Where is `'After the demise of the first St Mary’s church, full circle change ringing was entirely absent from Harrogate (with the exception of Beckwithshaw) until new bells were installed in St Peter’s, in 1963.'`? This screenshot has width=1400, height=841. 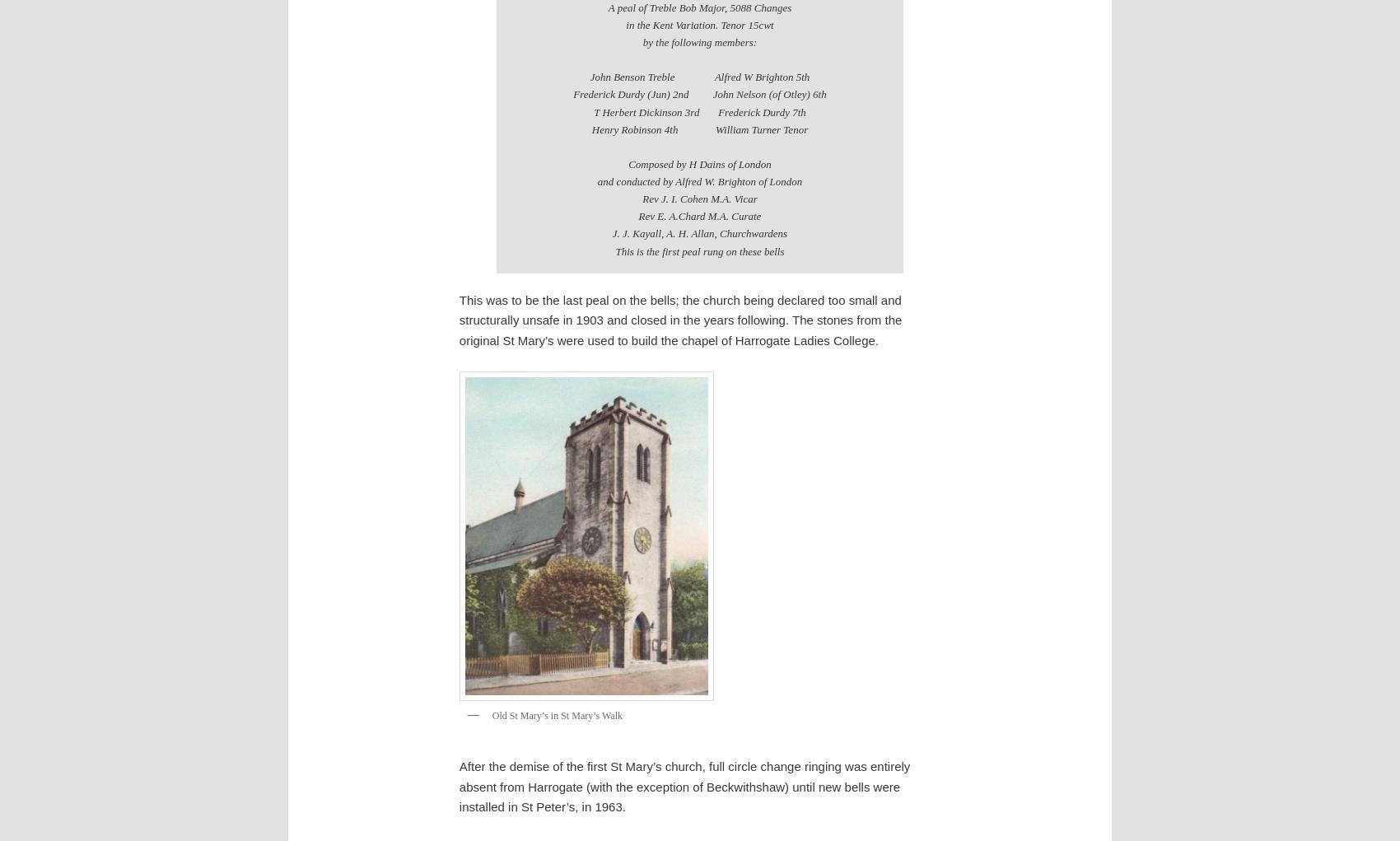 'After the demise of the first St Mary’s church, full circle change ringing was entirely absent from Harrogate (with the exception of Beckwithshaw) until new bells were installed in St Peter’s, in 1963.' is located at coordinates (683, 785).